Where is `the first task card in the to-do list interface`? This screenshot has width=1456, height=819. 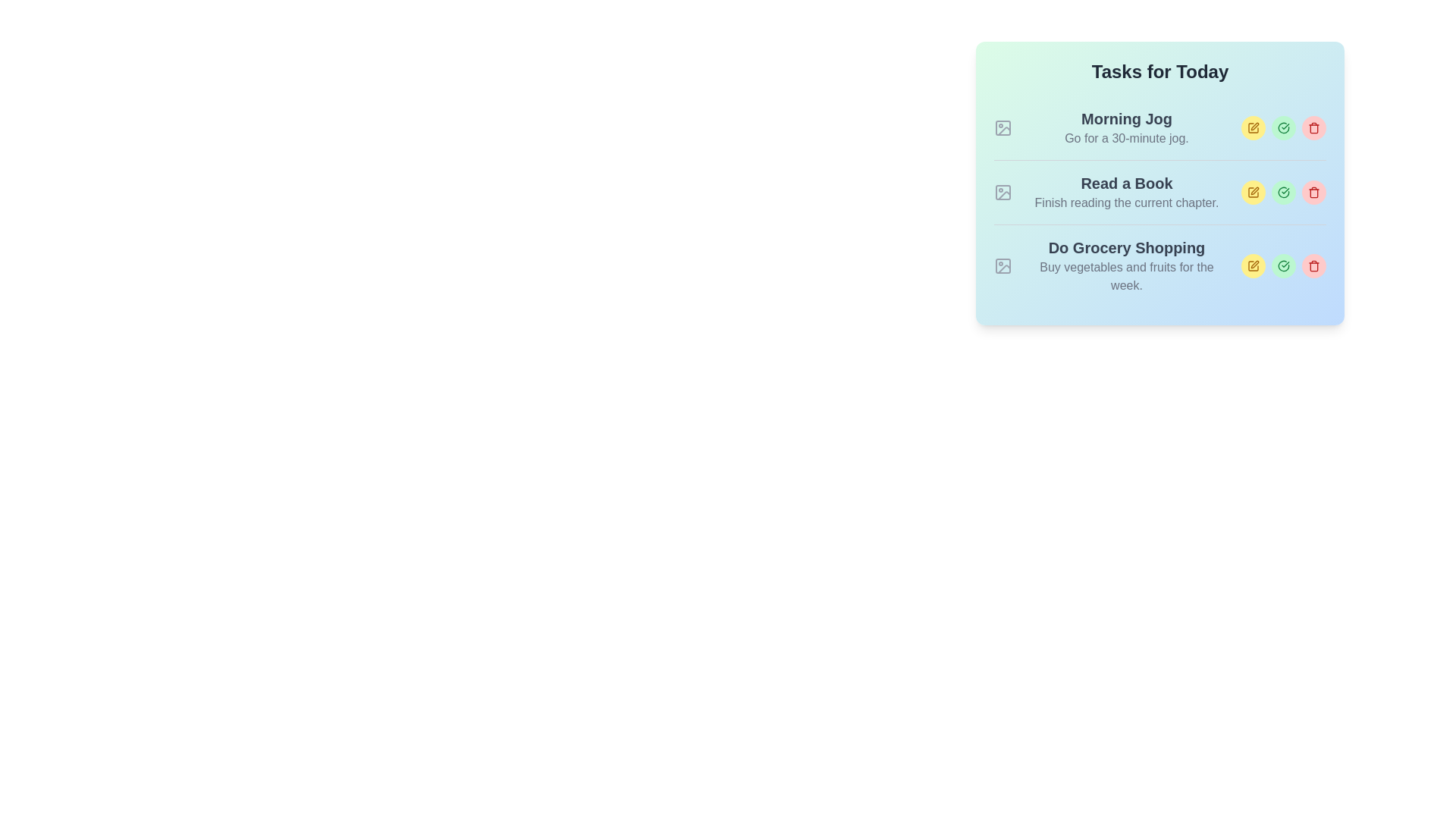
the first task card in the to-do list interface is located at coordinates (1159, 127).